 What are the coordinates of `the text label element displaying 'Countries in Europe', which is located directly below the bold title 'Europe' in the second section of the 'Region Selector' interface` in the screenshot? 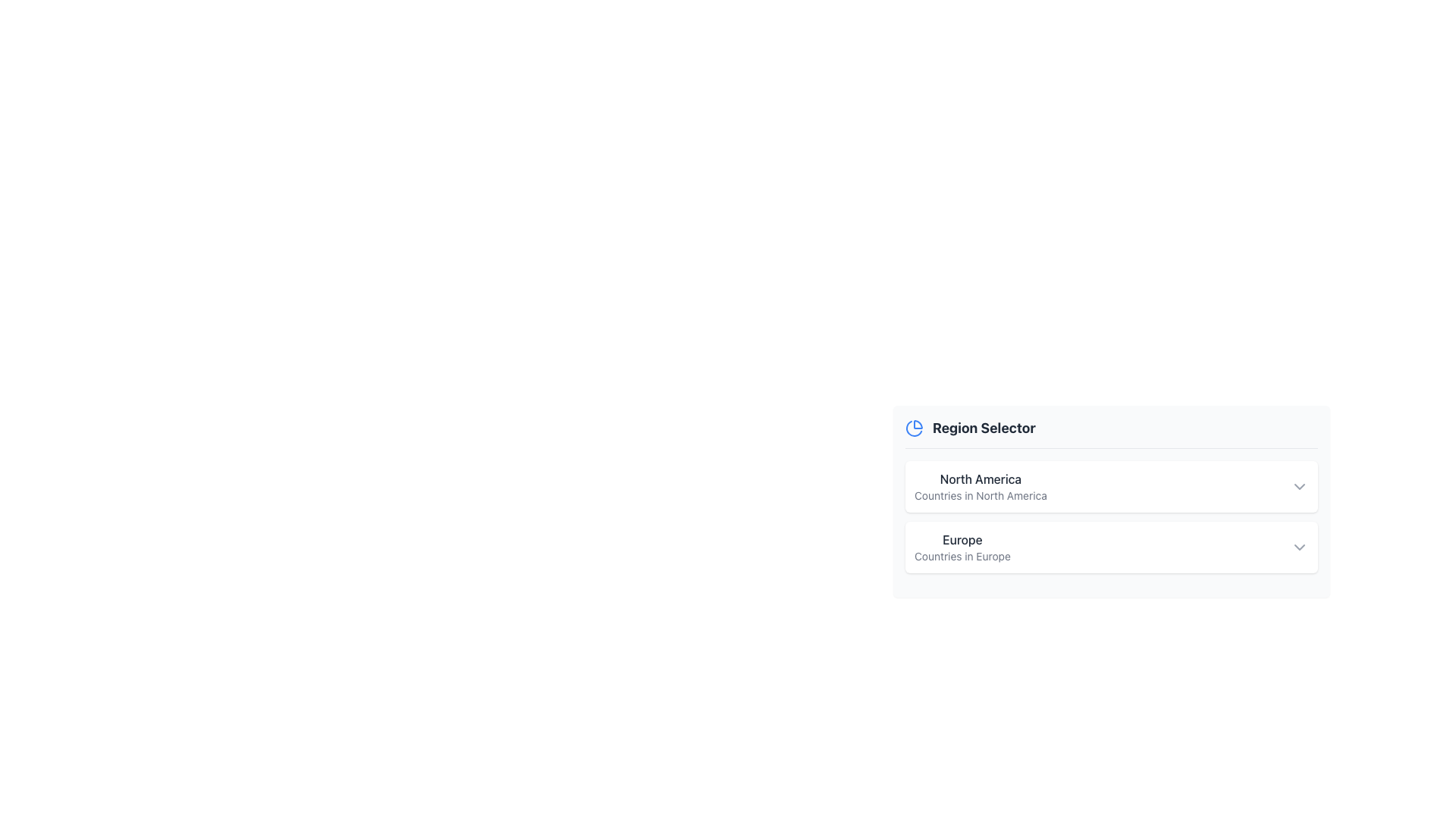 It's located at (962, 556).